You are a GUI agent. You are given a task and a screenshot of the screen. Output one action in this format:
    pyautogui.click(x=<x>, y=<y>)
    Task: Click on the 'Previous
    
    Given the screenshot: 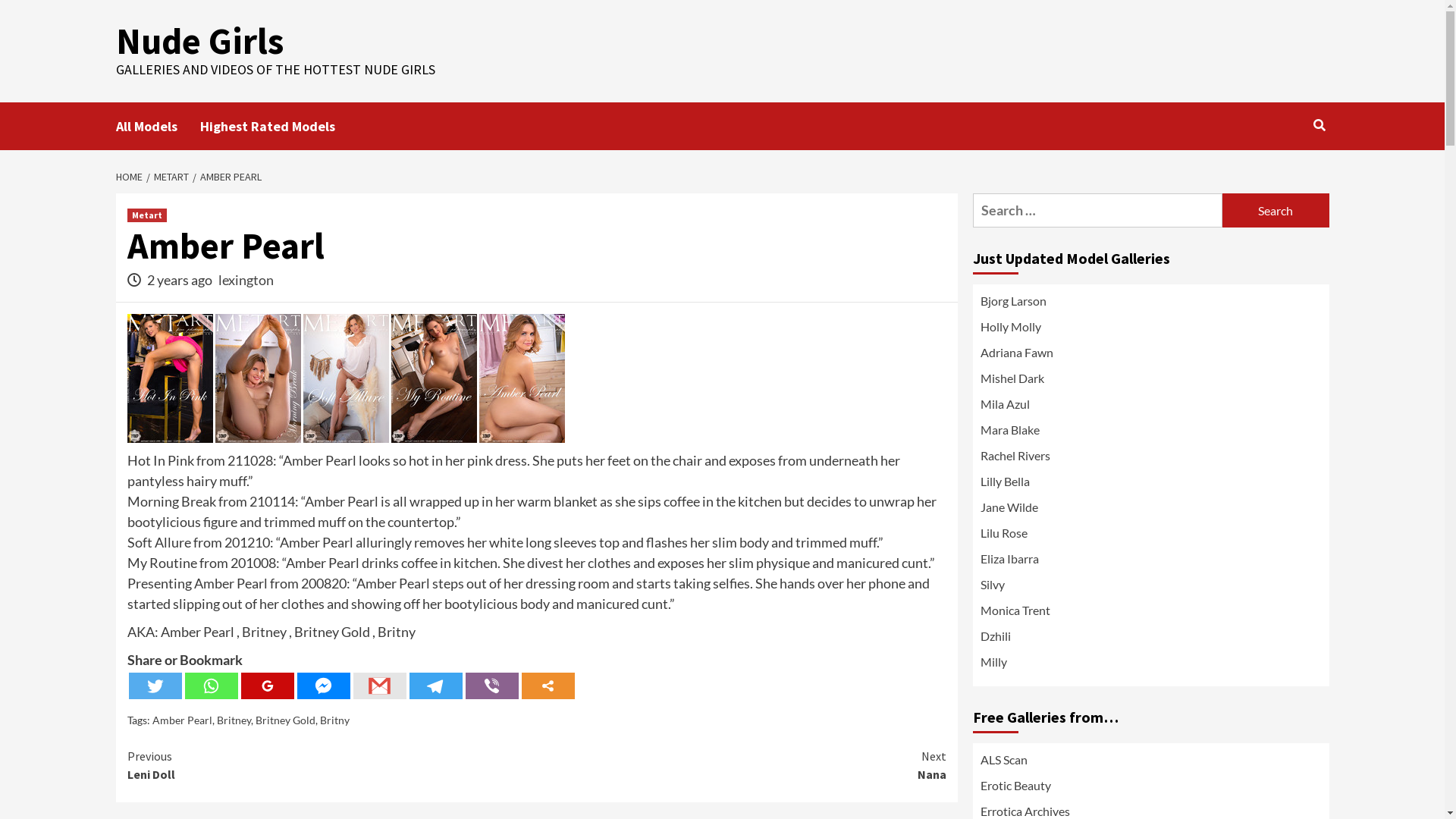 What is the action you would take?
    pyautogui.click(x=331, y=765)
    